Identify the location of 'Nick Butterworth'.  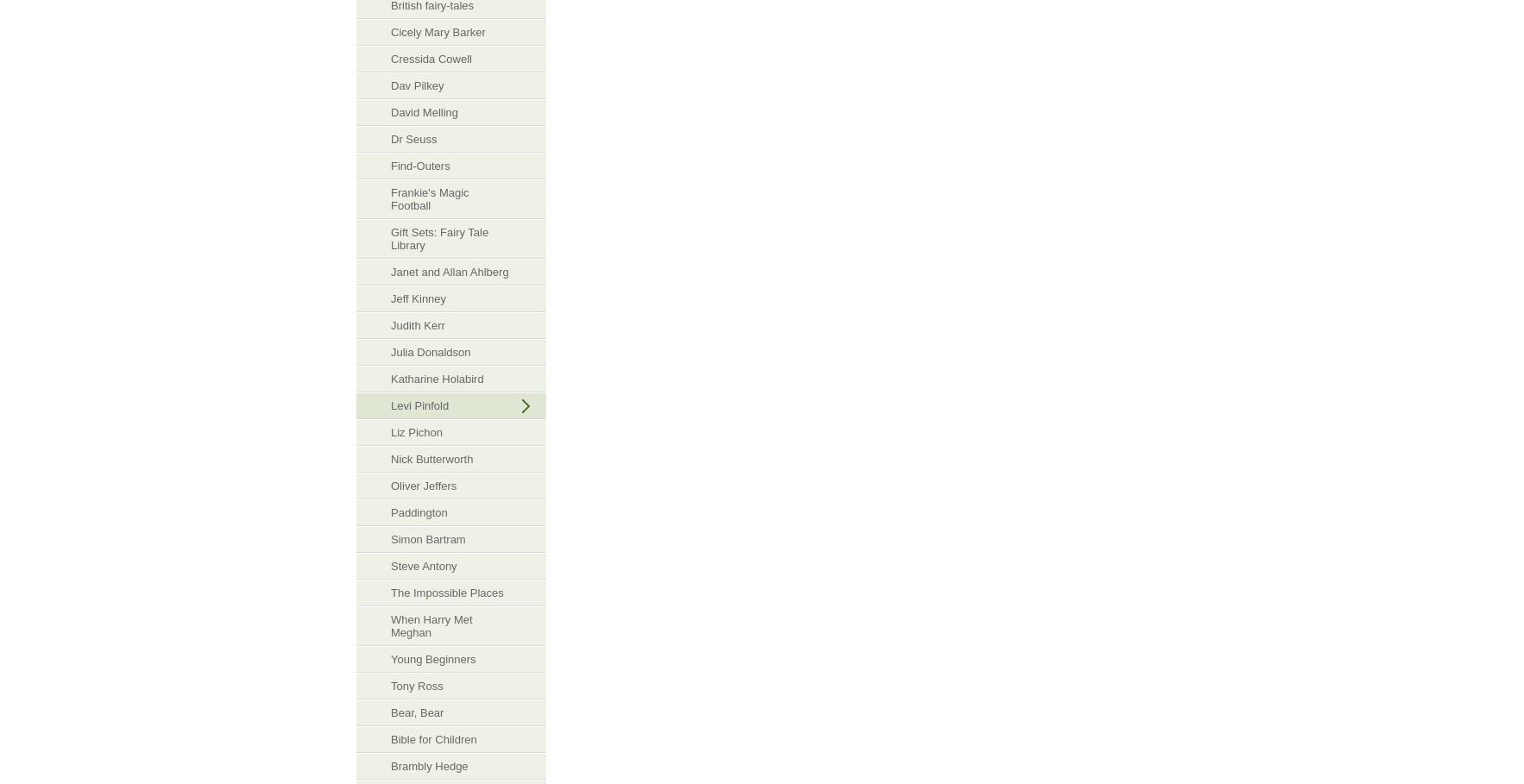
(390, 459).